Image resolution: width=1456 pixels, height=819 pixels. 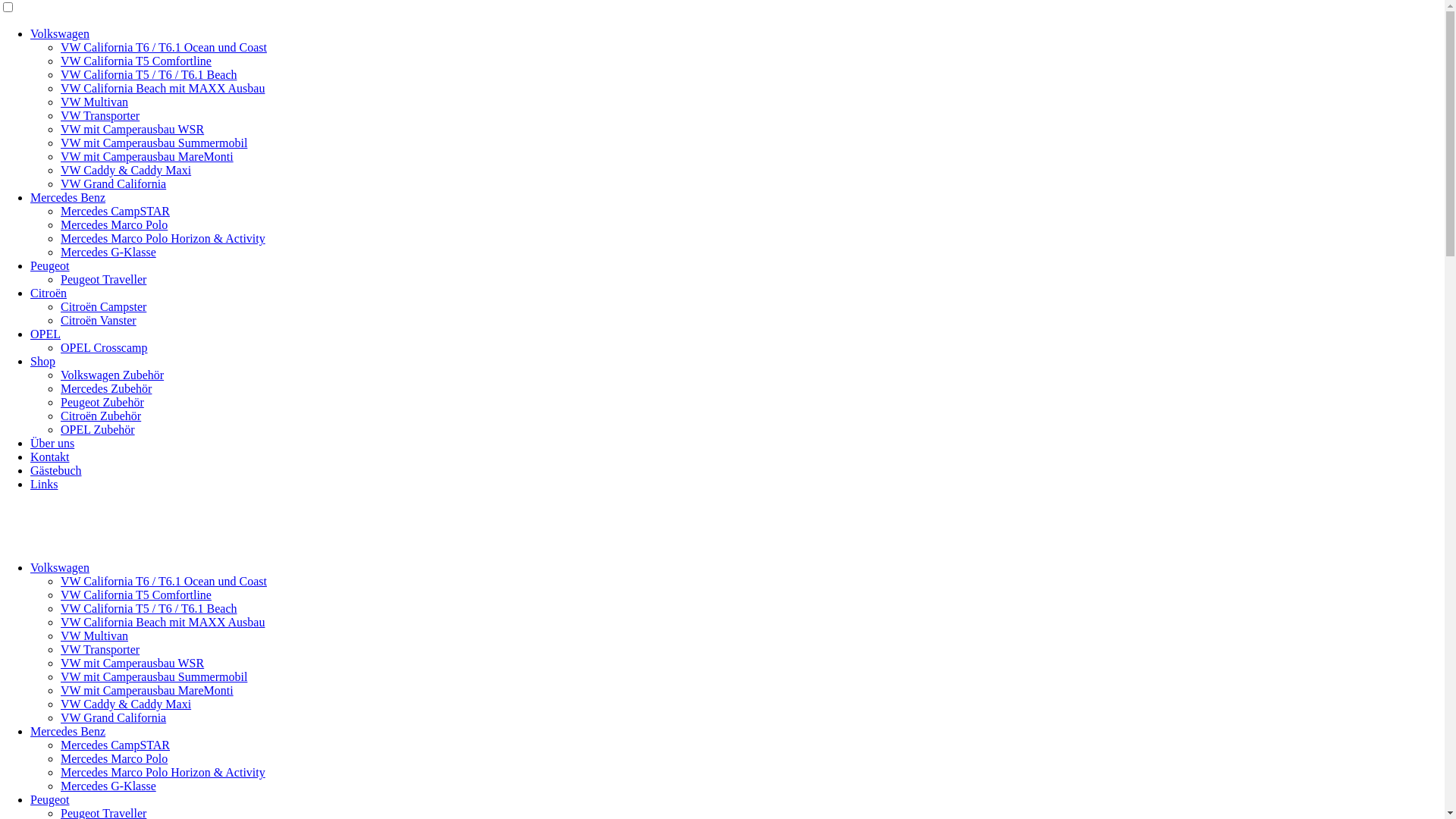 I want to click on 'VW California T5 Comfortline', so click(x=136, y=594).